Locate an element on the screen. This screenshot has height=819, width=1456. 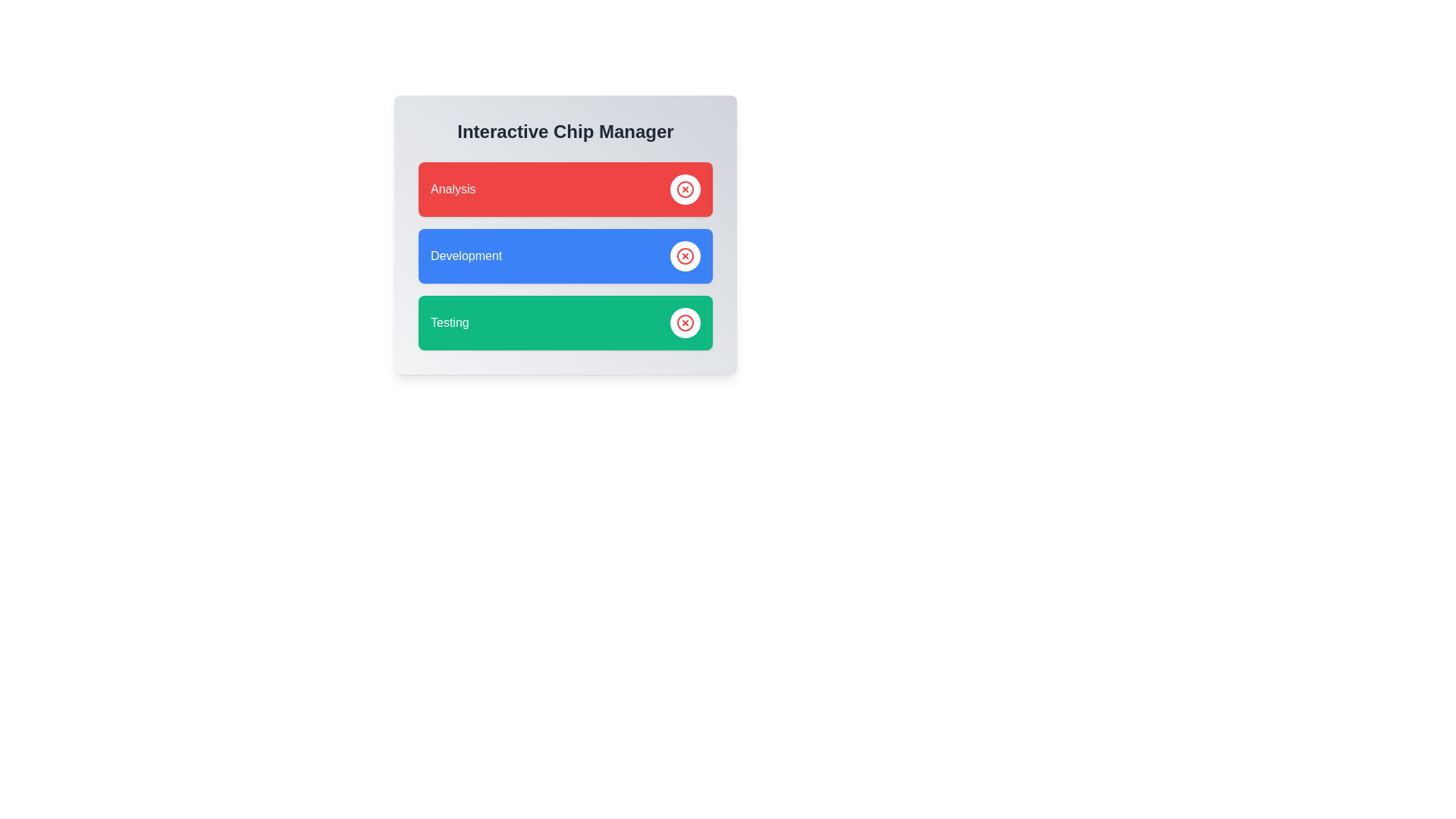
the close button of the 'Development' chip to remove it is located at coordinates (684, 256).